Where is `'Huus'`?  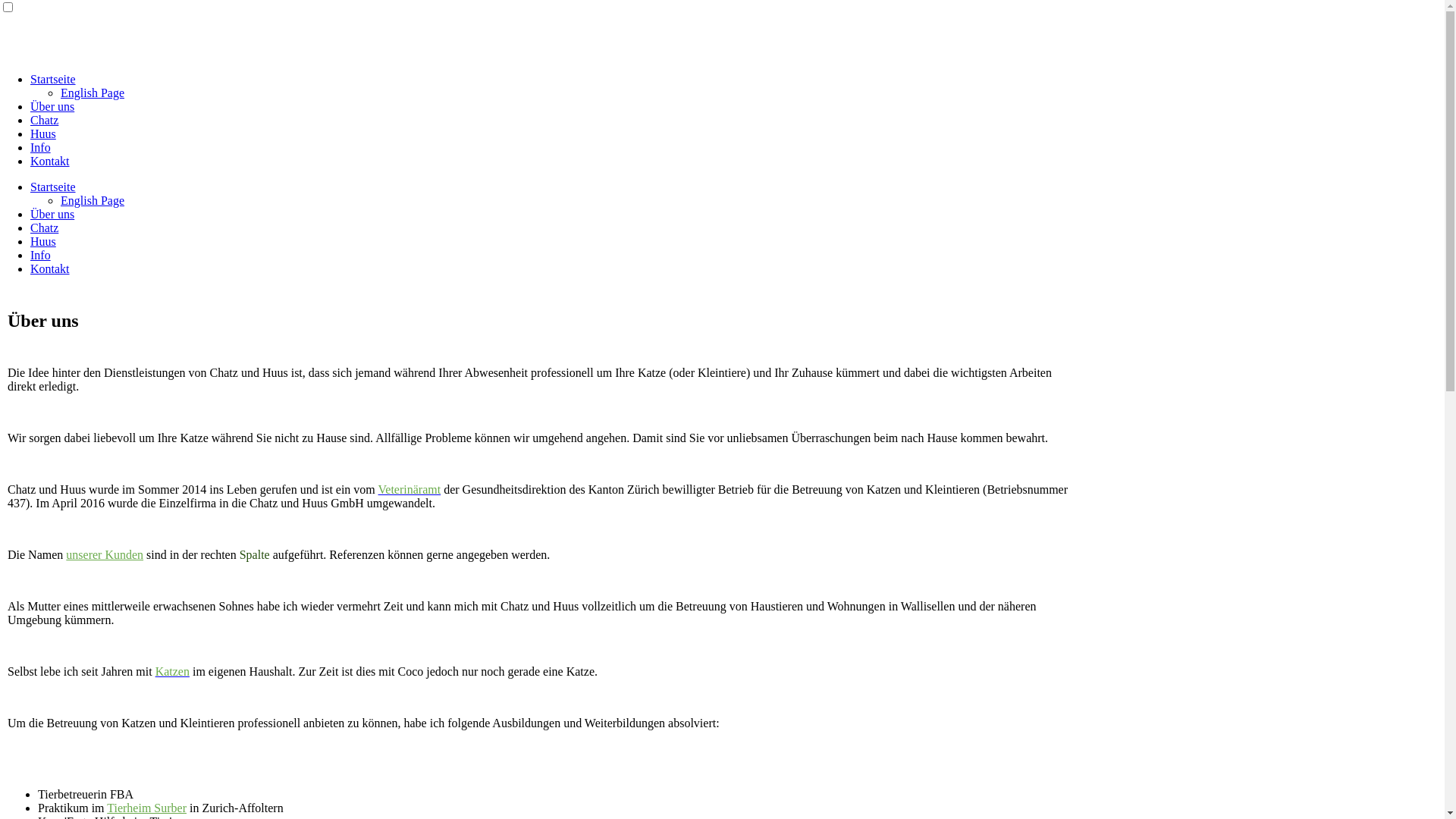 'Huus' is located at coordinates (43, 133).